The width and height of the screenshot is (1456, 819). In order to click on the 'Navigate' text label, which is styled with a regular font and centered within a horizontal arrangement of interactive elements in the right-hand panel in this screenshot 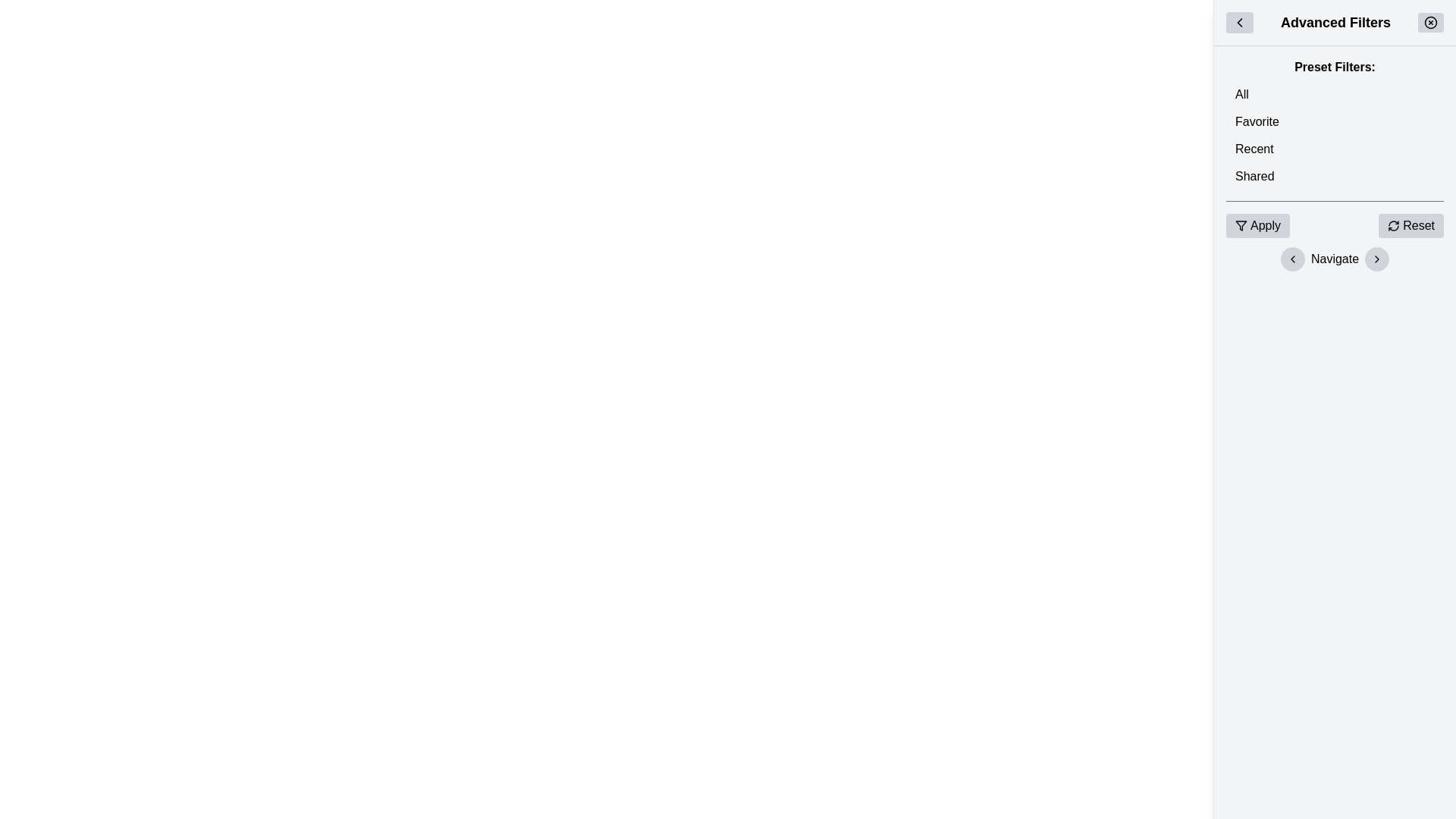, I will do `click(1335, 259)`.